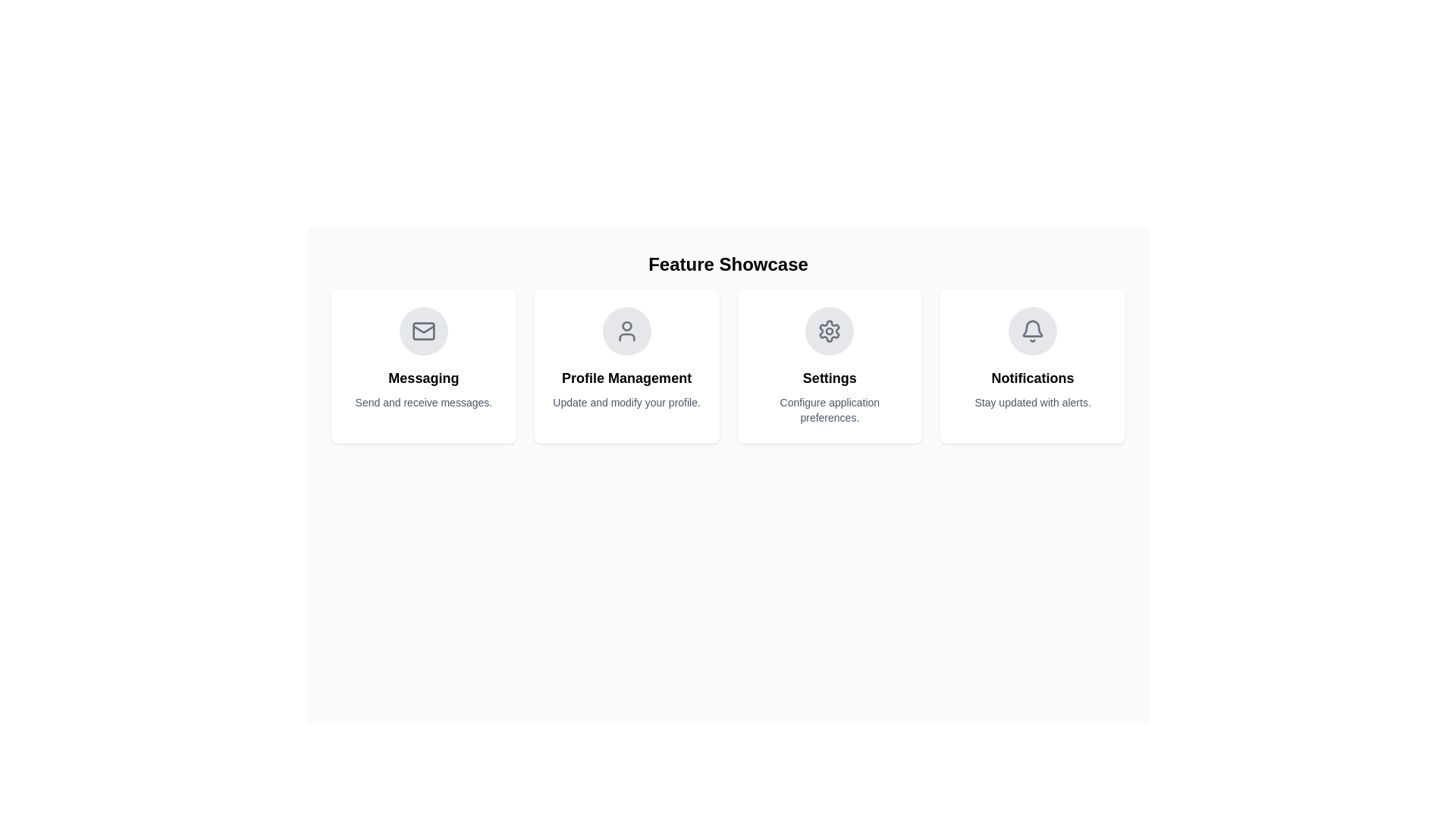 The height and width of the screenshot is (819, 1456). Describe the element at coordinates (423, 328) in the screenshot. I see `SVG properties of the triangular portion of the mail envelope icon located within the 'Messaging' feature card` at that location.